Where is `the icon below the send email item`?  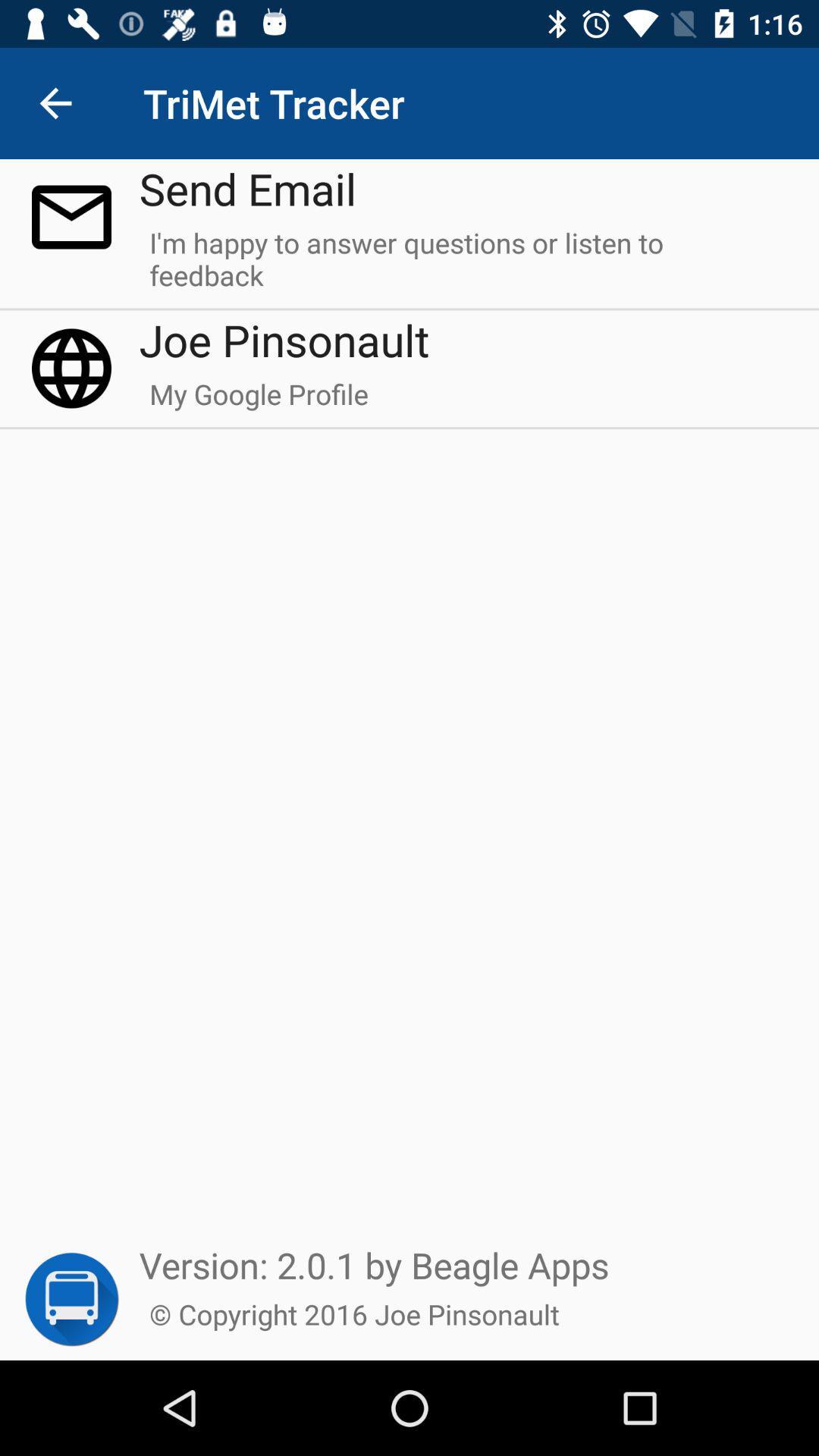 the icon below the send email item is located at coordinates (463, 265).